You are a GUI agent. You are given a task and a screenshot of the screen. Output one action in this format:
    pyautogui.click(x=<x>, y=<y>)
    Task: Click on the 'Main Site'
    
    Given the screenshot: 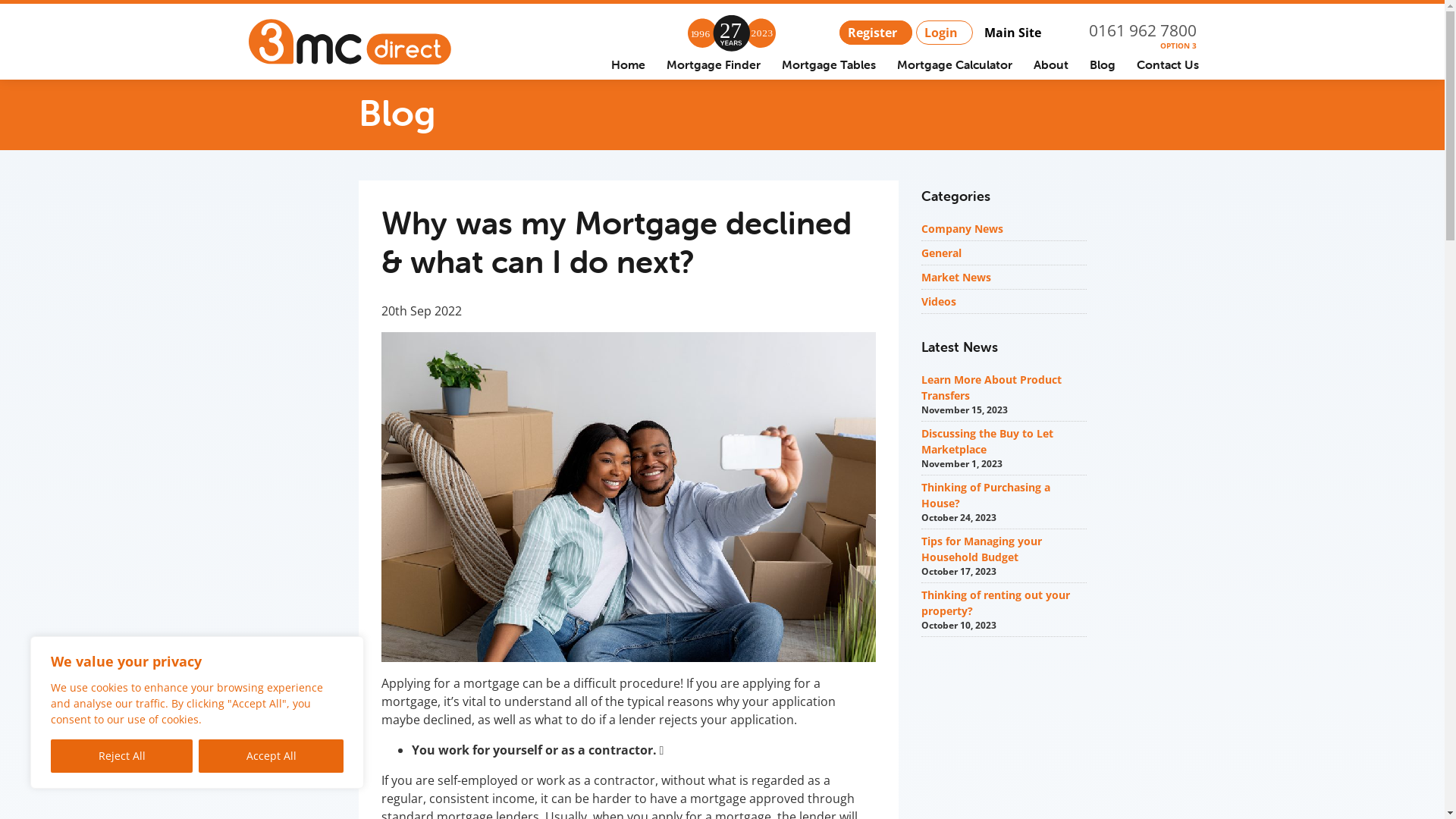 What is the action you would take?
    pyautogui.click(x=1015, y=32)
    